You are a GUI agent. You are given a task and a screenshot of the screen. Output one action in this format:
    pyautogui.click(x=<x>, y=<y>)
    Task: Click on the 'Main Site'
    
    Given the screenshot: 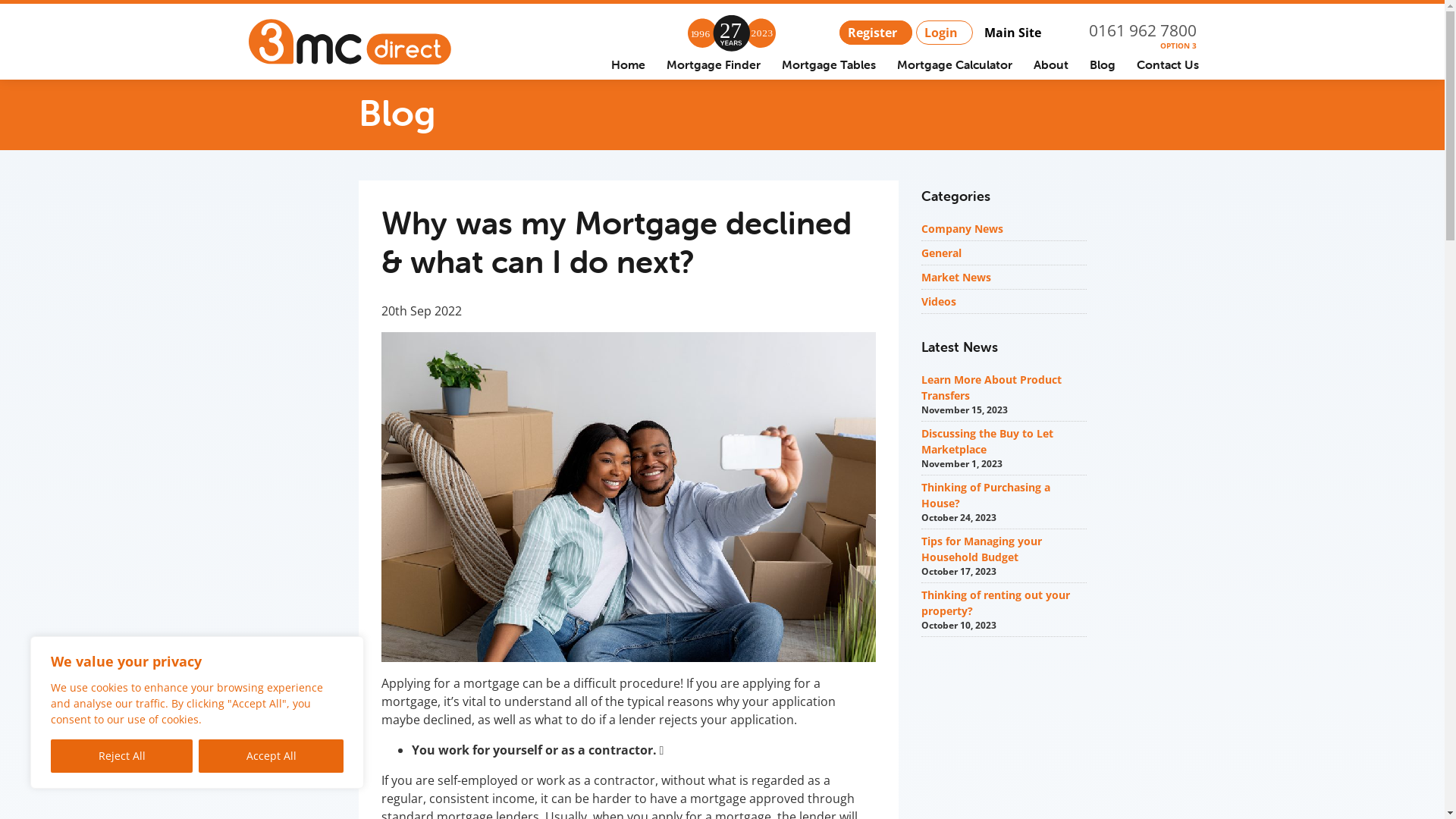 What is the action you would take?
    pyautogui.click(x=1015, y=32)
    